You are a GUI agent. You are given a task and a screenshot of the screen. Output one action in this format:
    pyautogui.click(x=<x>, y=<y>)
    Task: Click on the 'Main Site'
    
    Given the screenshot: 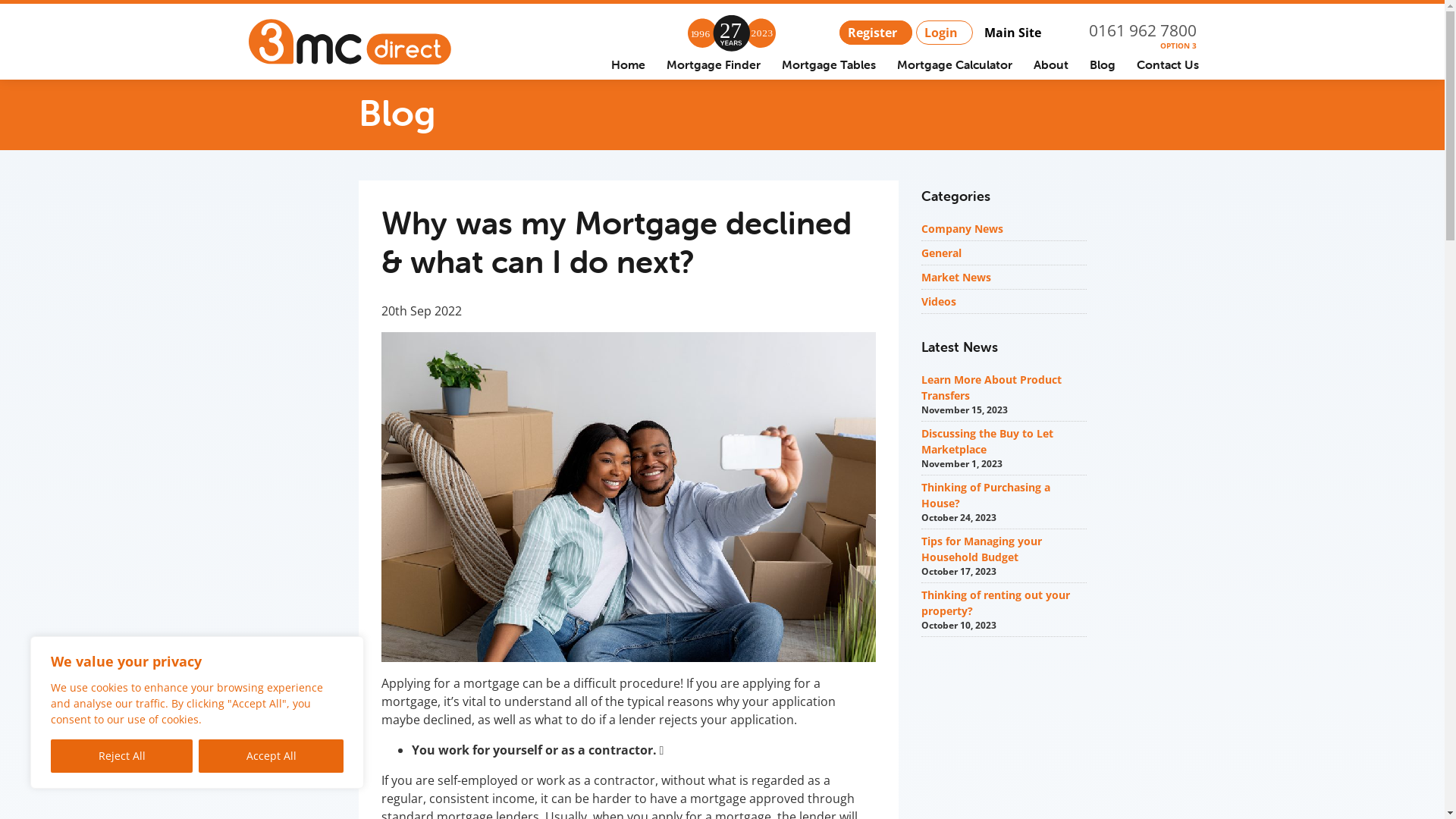 What is the action you would take?
    pyautogui.click(x=1015, y=32)
    